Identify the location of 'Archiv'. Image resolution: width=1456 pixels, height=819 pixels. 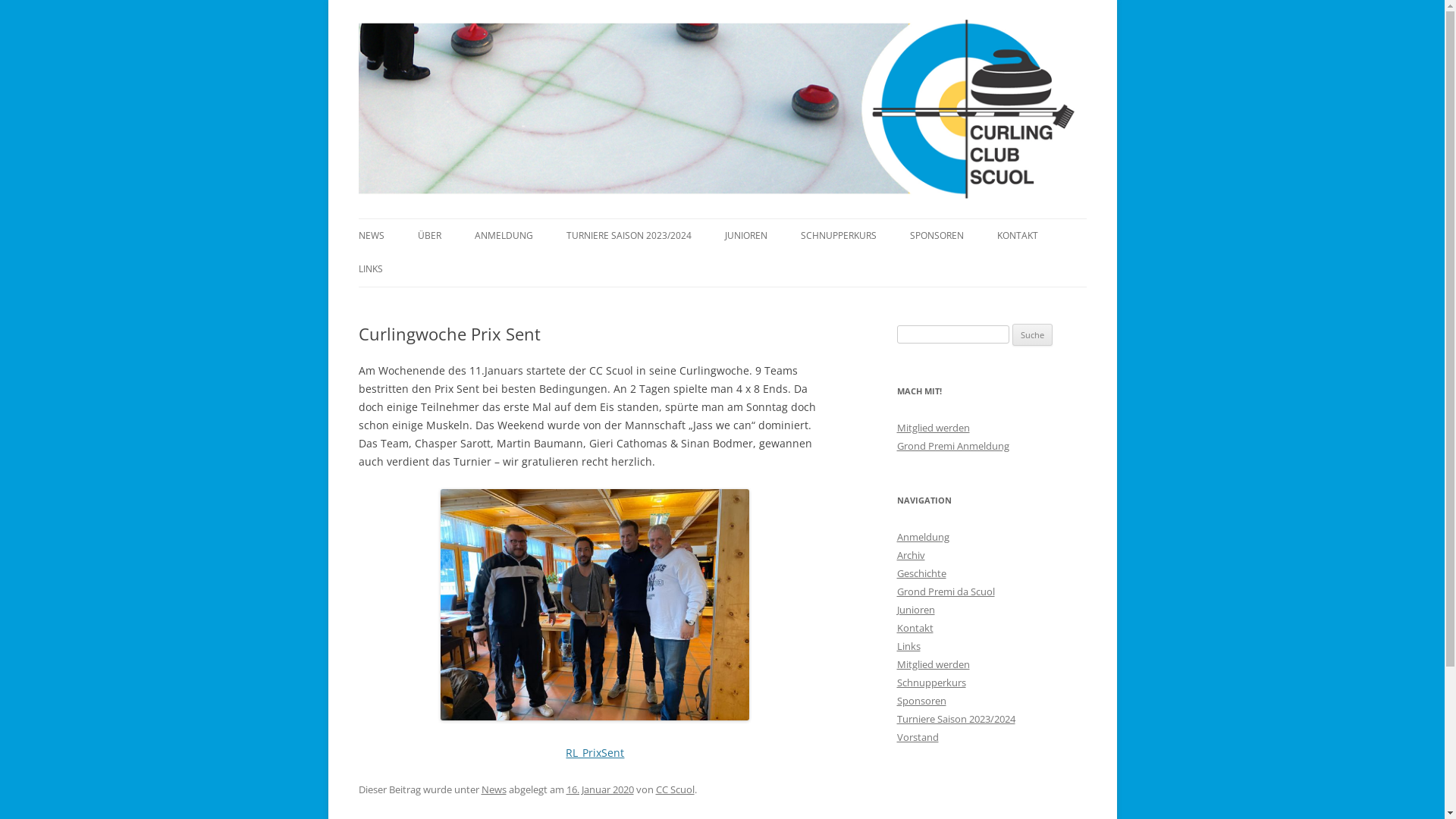
(910, 555).